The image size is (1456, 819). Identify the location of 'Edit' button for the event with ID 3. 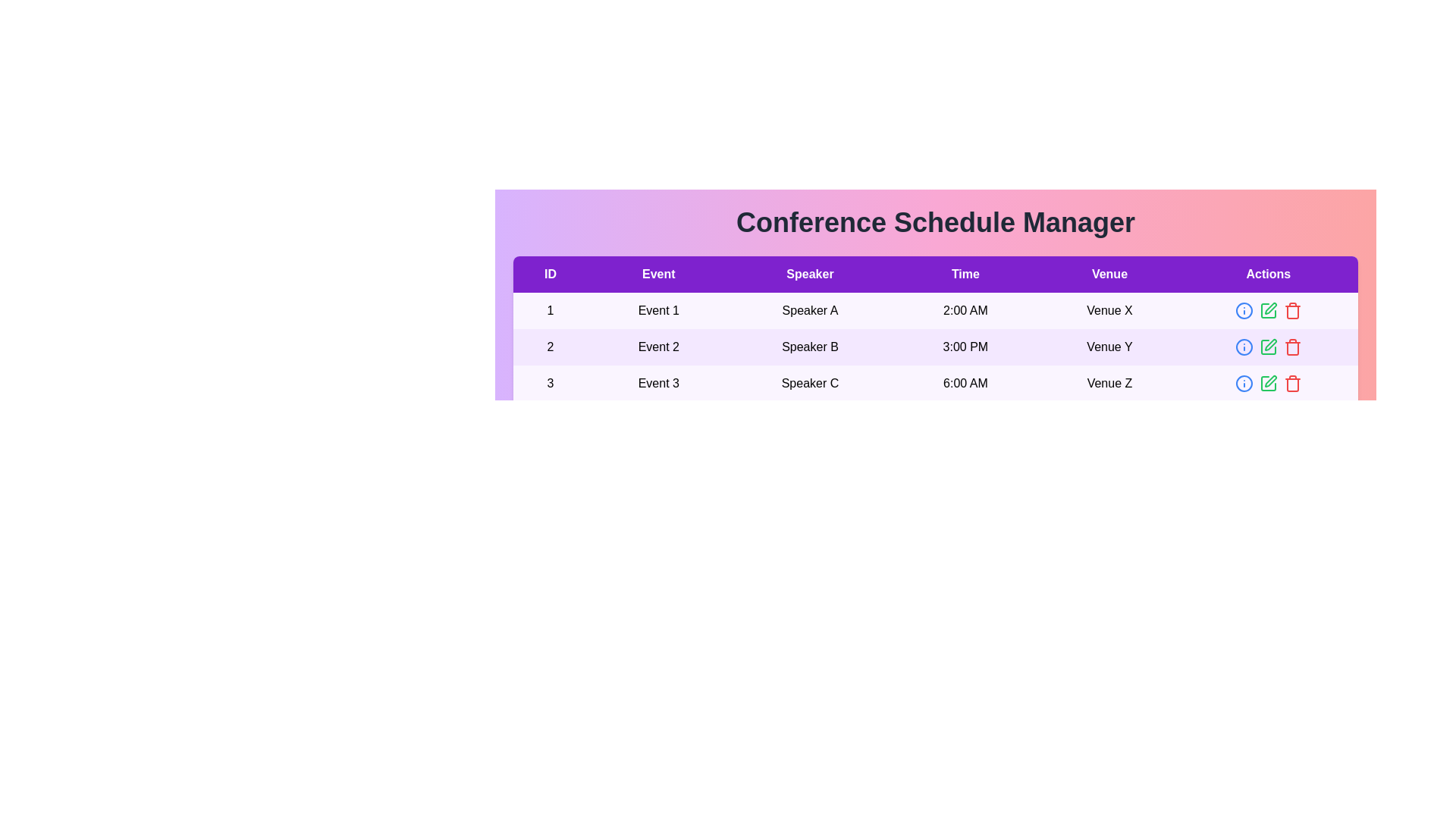
(1268, 382).